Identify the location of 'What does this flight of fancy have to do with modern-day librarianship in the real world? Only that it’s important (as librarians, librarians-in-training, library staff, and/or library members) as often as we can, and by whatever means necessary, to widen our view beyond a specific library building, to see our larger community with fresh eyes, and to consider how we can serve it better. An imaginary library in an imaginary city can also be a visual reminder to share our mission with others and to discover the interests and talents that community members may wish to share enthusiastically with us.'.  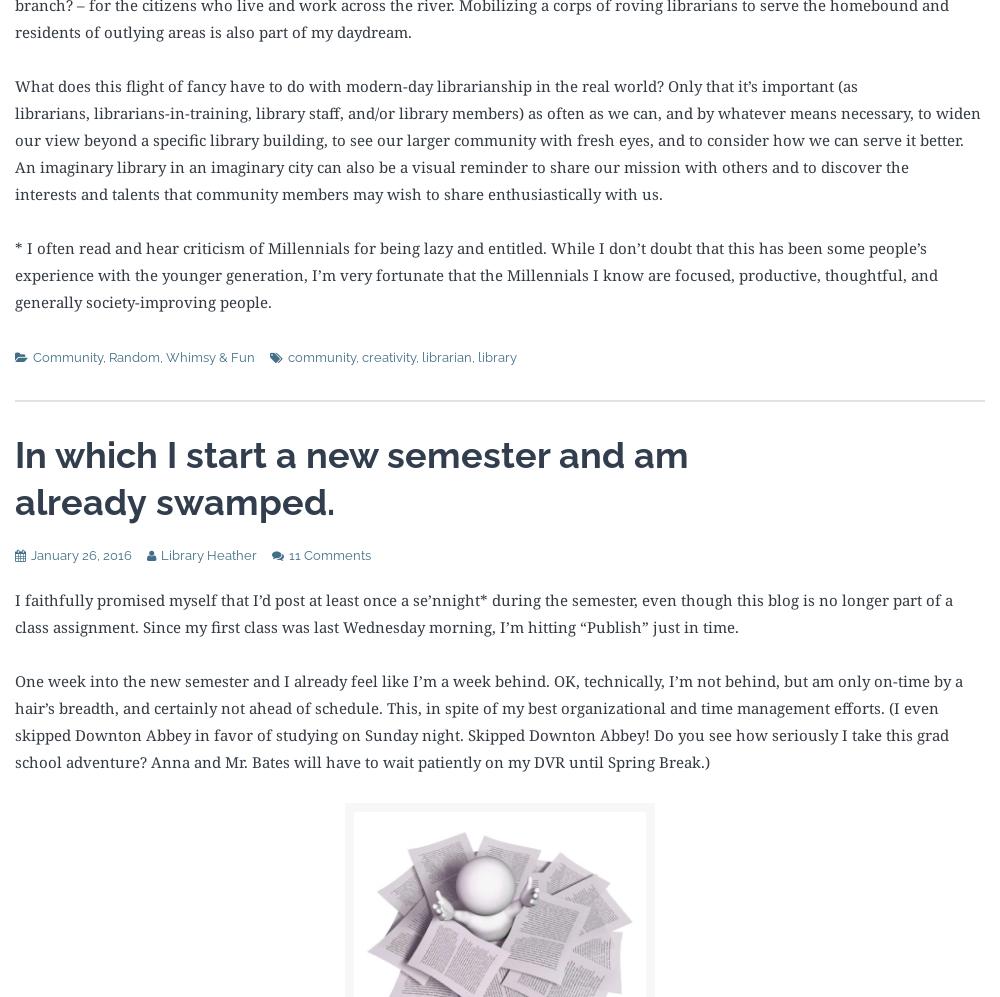
(497, 138).